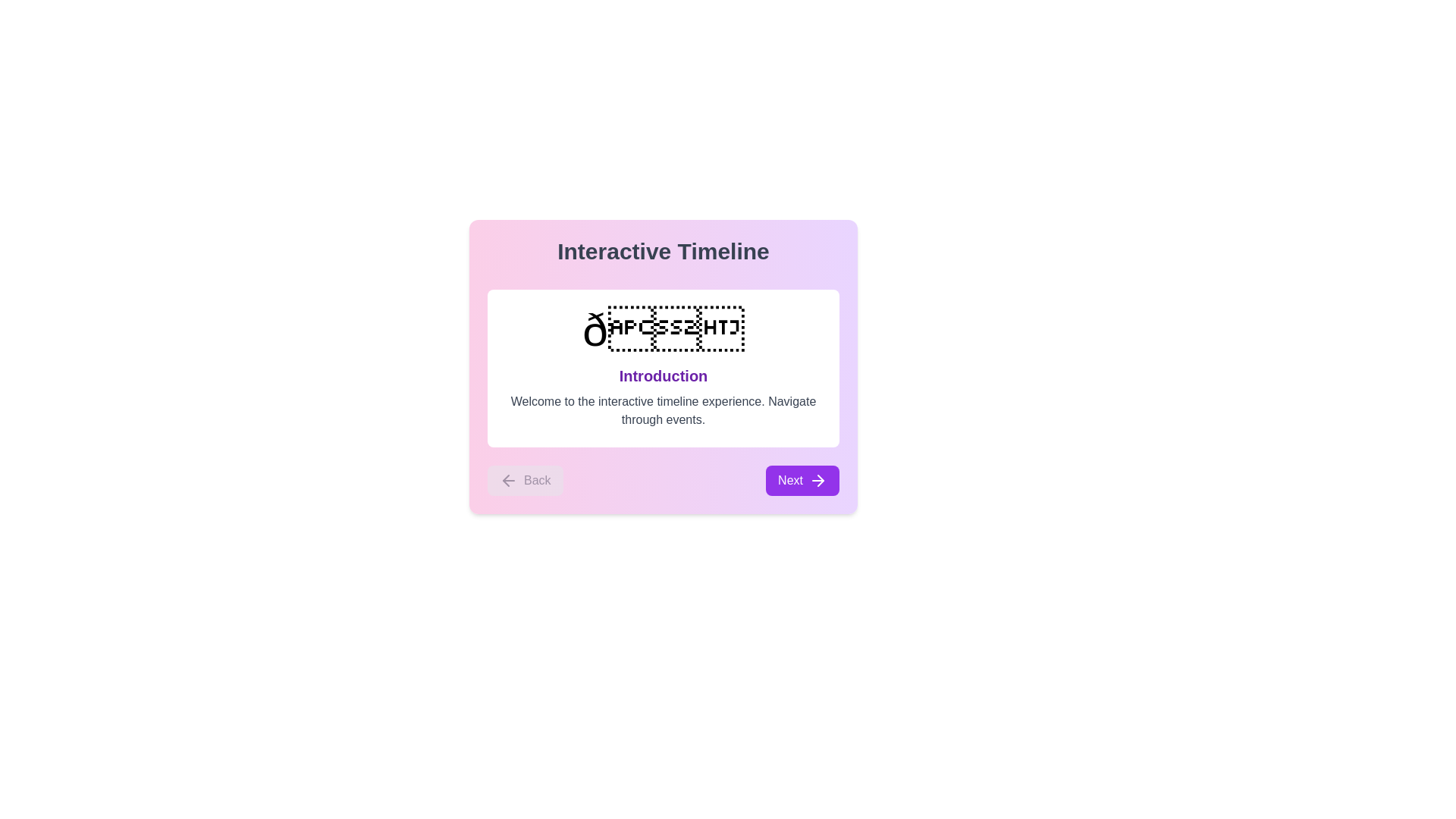  Describe the element at coordinates (525, 480) in the screenshot. I see `the 'Previous' button located in the bottom-left corner of the navigation control system` at that location.